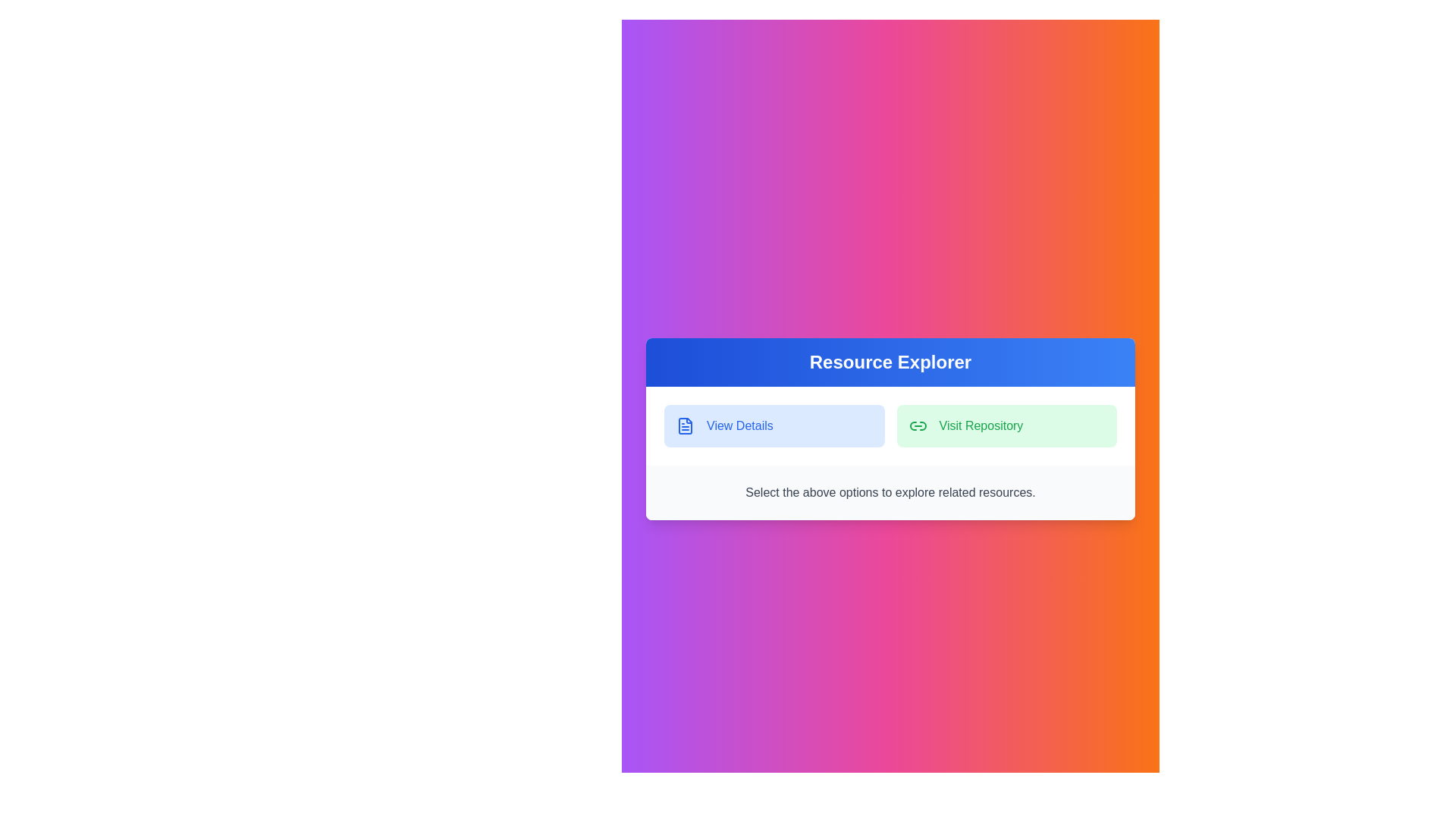 This screenshot has height=819, width=1456. Describe the element at coordinates (1006, 426) in the screenshot. I see `the button located on the right side of the grid layout, adjacent to the 'View Details' button` at that location.